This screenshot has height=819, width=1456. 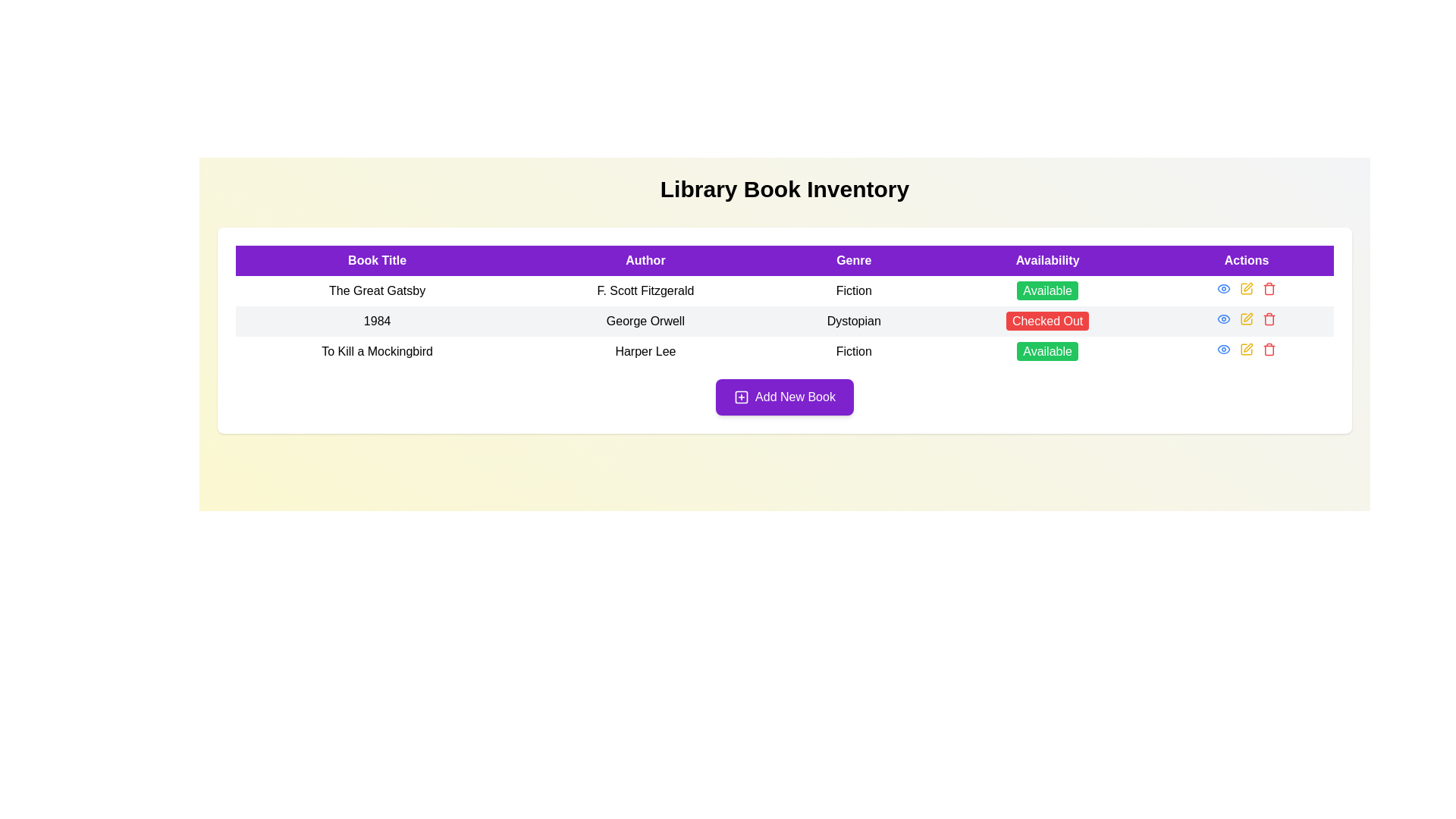 What do you see at coordinates (785, 351) in the screenshot?
I see `the book title 'To Kill a Mockingbird' in the third row of the 'Library Book Inventory' table` at bounding box center [785, 351].